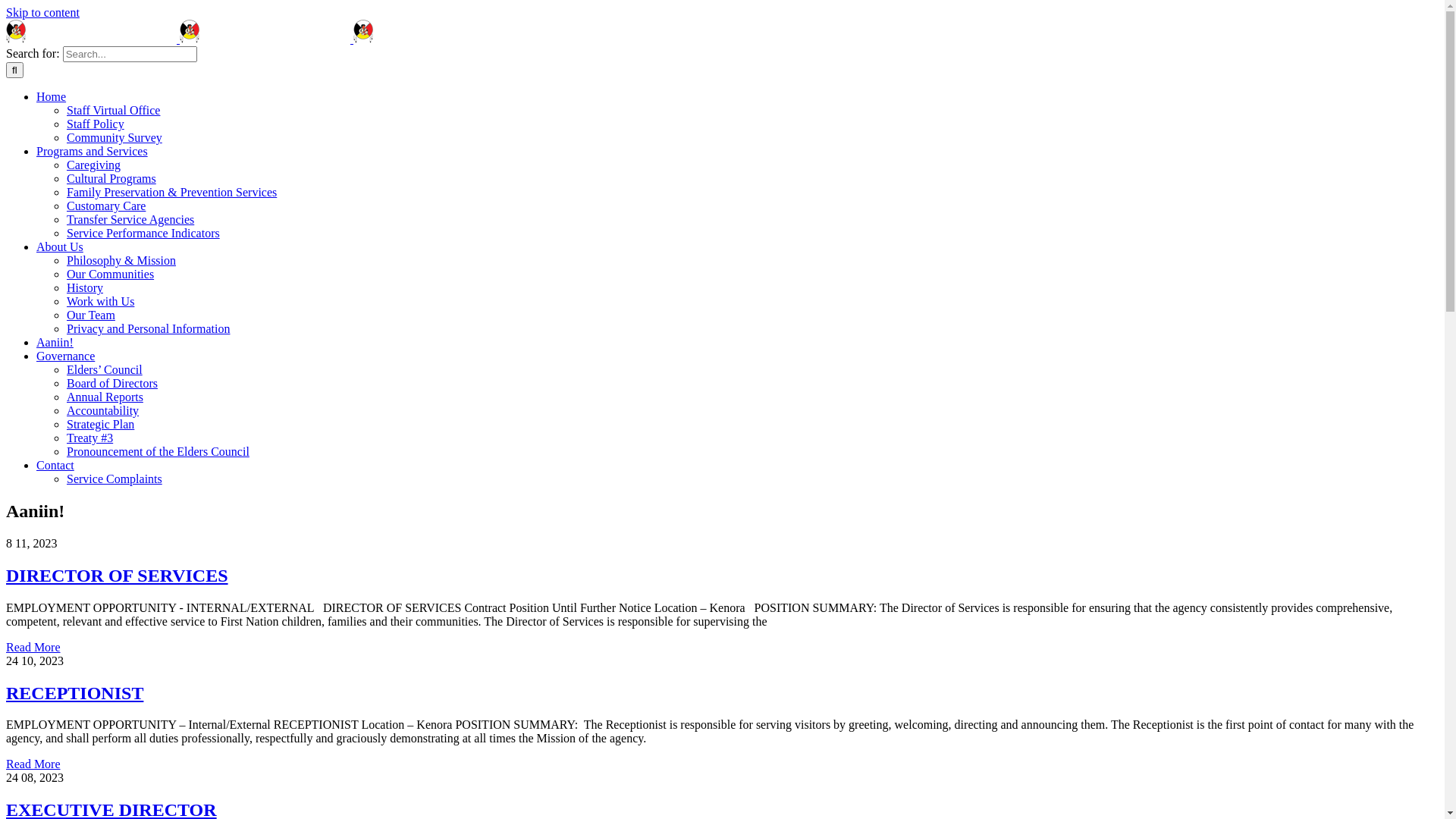 Image resolution: width=1456 pixels, height=819 pixels. Describe the element at coordinates (91, 151) in the screenshot. I see `'Programs and Services'` at that location.